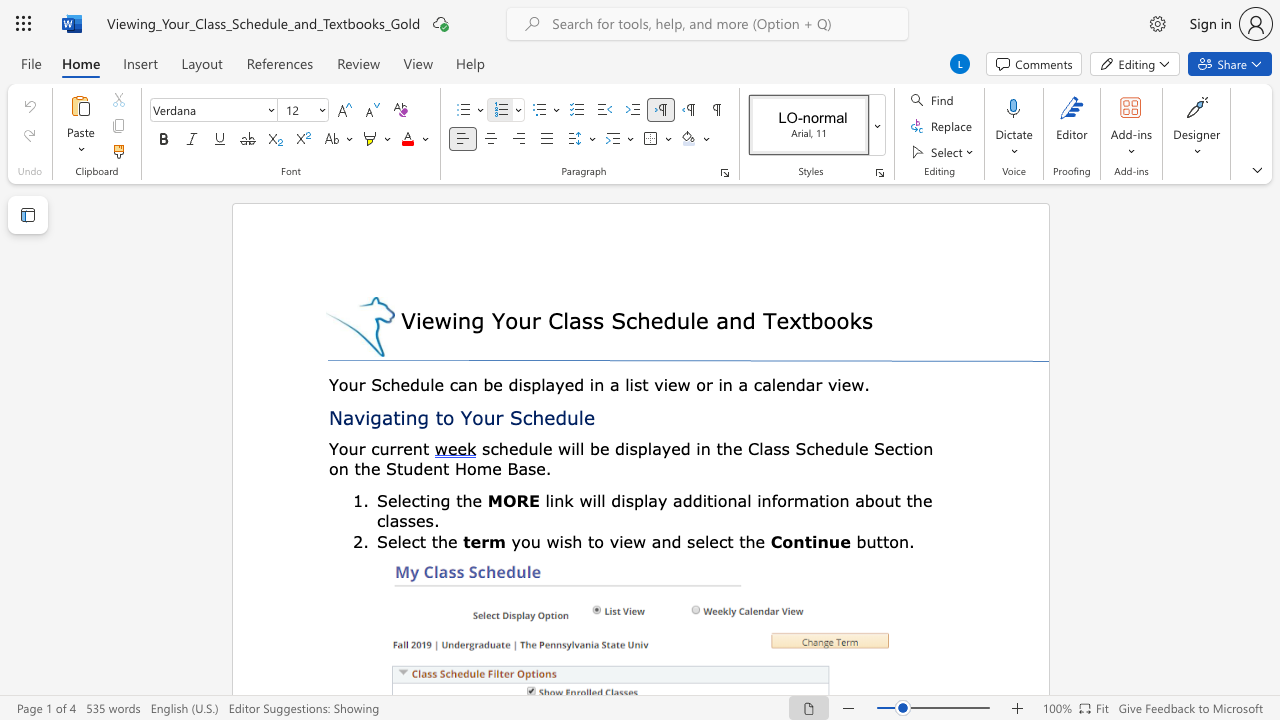 The image size is (1280, 720). Describe the element at coordinates (707, 541) in the screenshot. I see `the 1th character "l" in the text` at that location.